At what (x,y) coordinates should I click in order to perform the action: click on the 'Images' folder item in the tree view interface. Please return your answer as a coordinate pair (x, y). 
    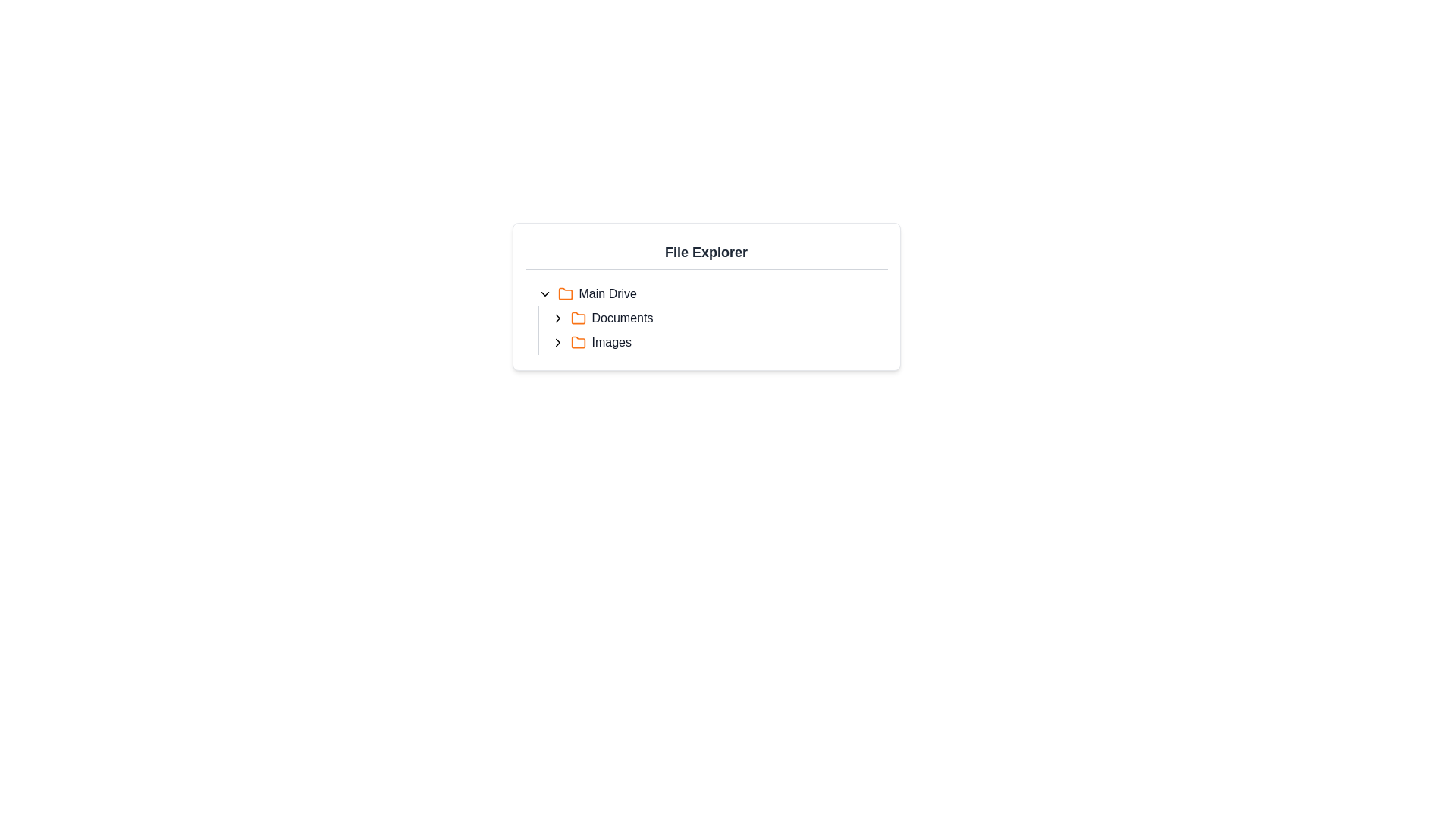
    Looking at the image, I should click on (718, 342).